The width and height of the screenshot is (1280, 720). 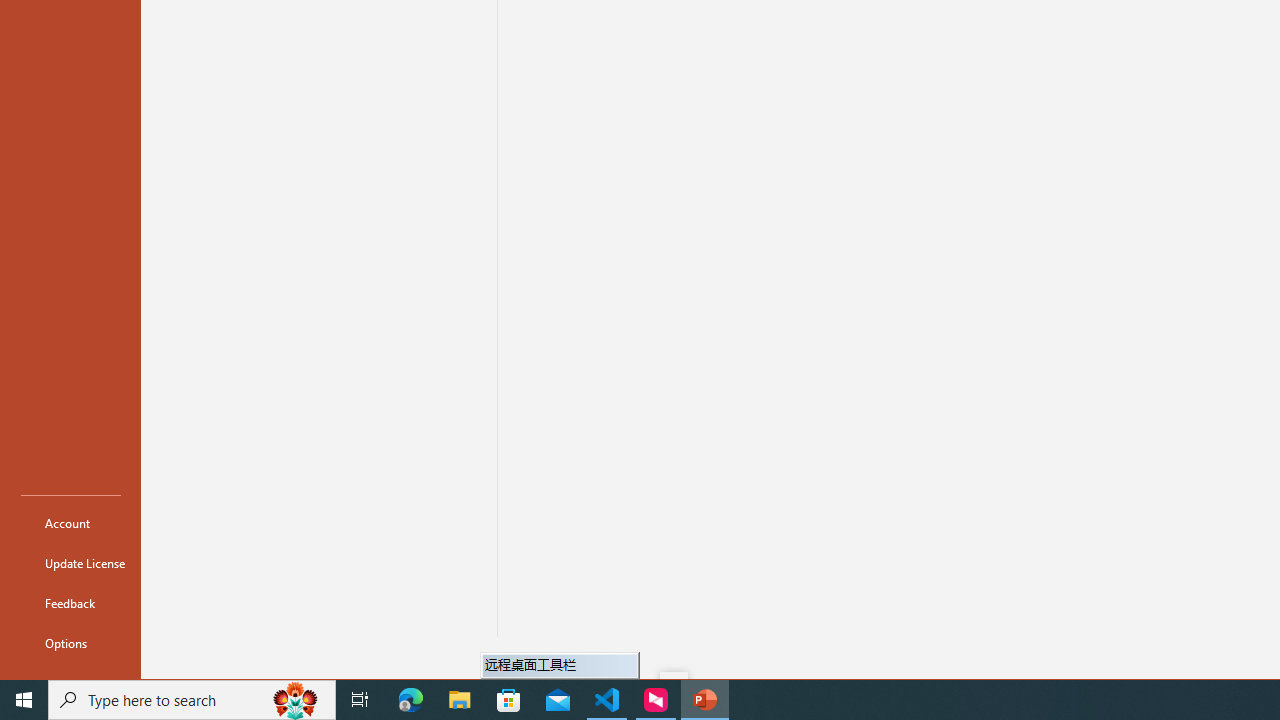 I want to click on 'Microsoft Store', so click(x=509, y=698).